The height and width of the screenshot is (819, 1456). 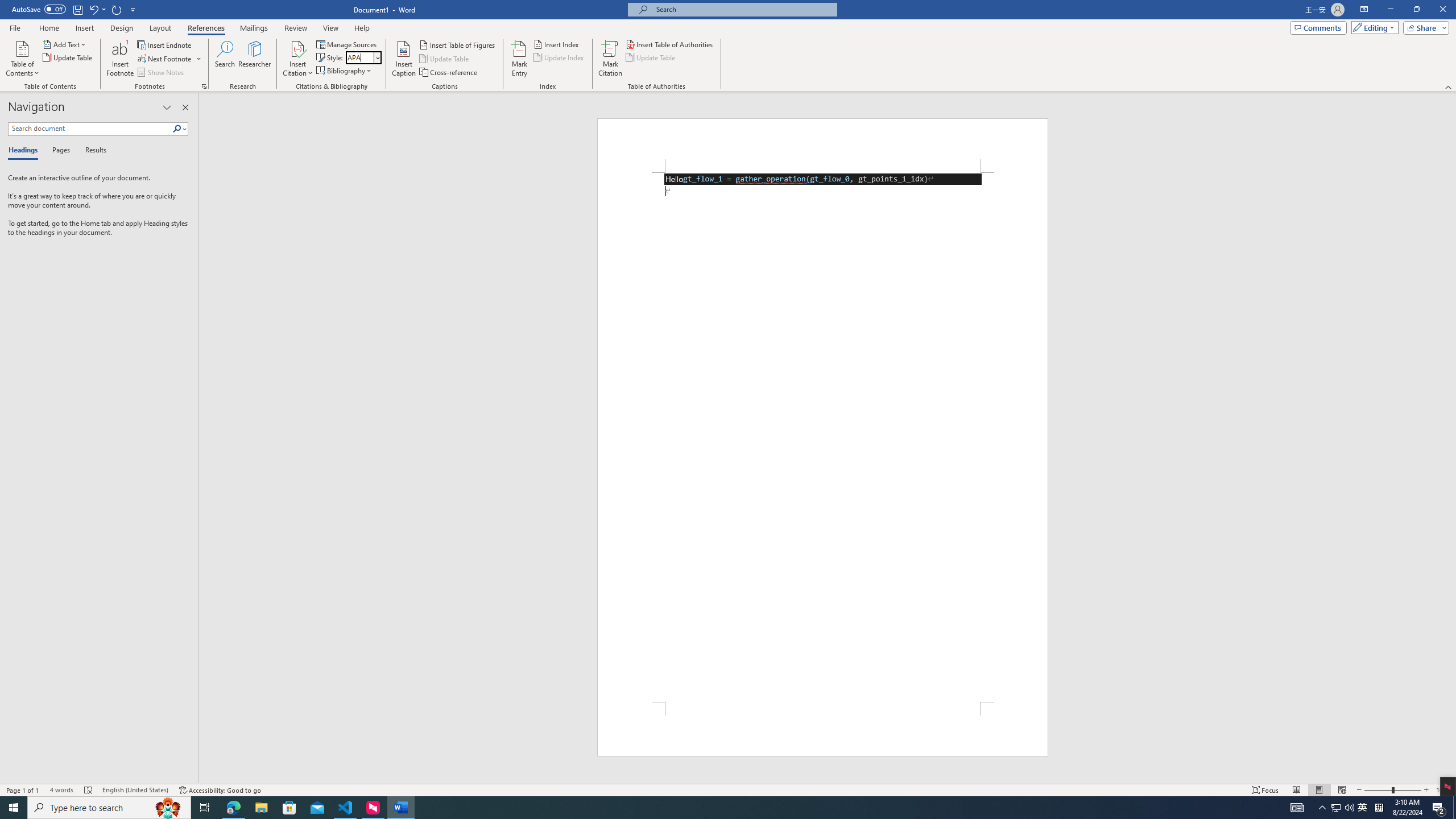 What do you see at coordinates (59, 150) in the screenshot?
I see `'Pages'` at bounding box center [59, 150].